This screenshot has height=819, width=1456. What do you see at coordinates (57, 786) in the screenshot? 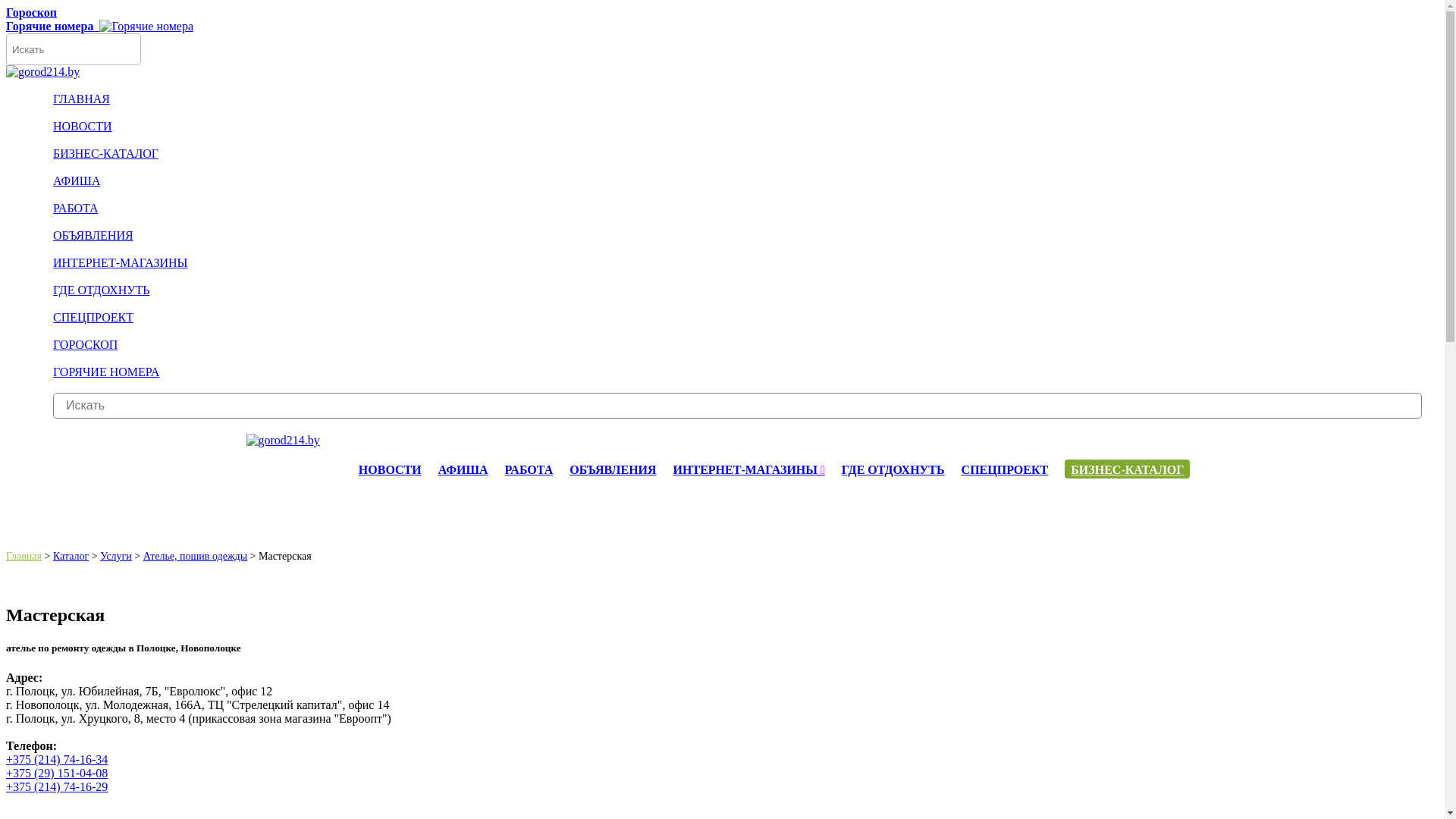
I see `'+375 (214) 74-16-29'` at bounding box center [57, 786].